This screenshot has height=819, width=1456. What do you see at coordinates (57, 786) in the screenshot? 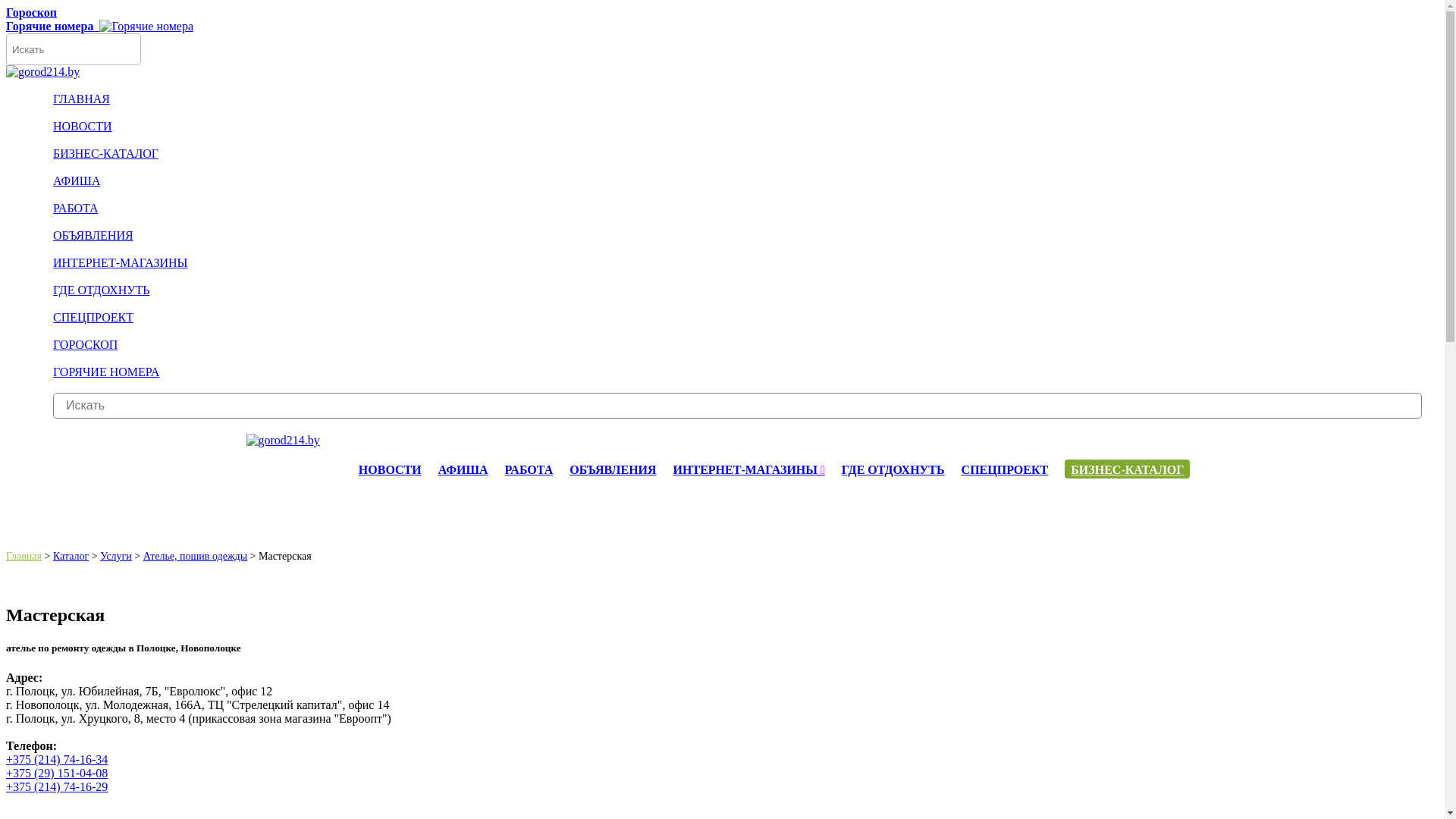
I see `'+375 (214) 74-16-29'` at bounding box center [57, 786].